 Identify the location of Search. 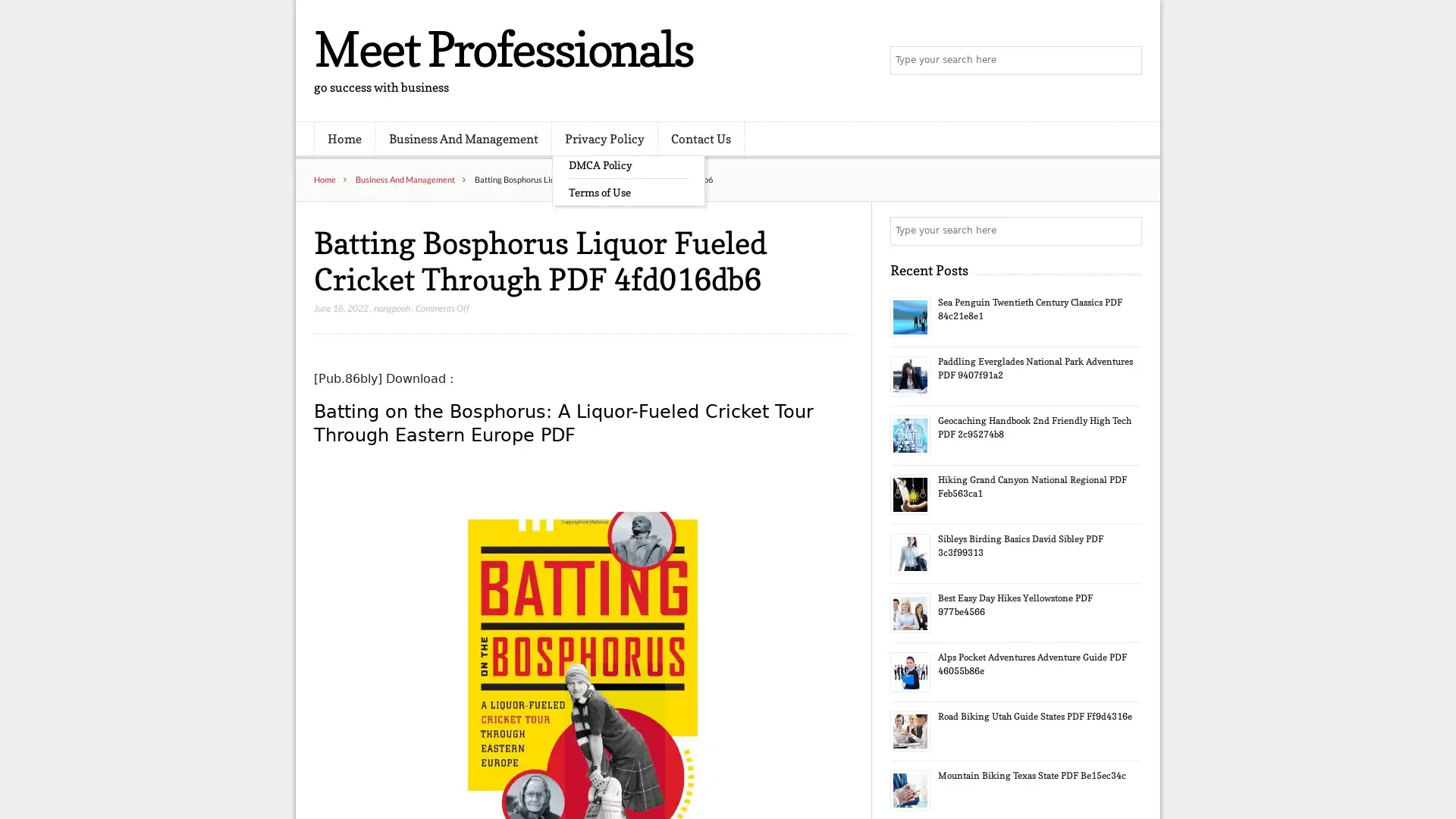
(1126, 61).